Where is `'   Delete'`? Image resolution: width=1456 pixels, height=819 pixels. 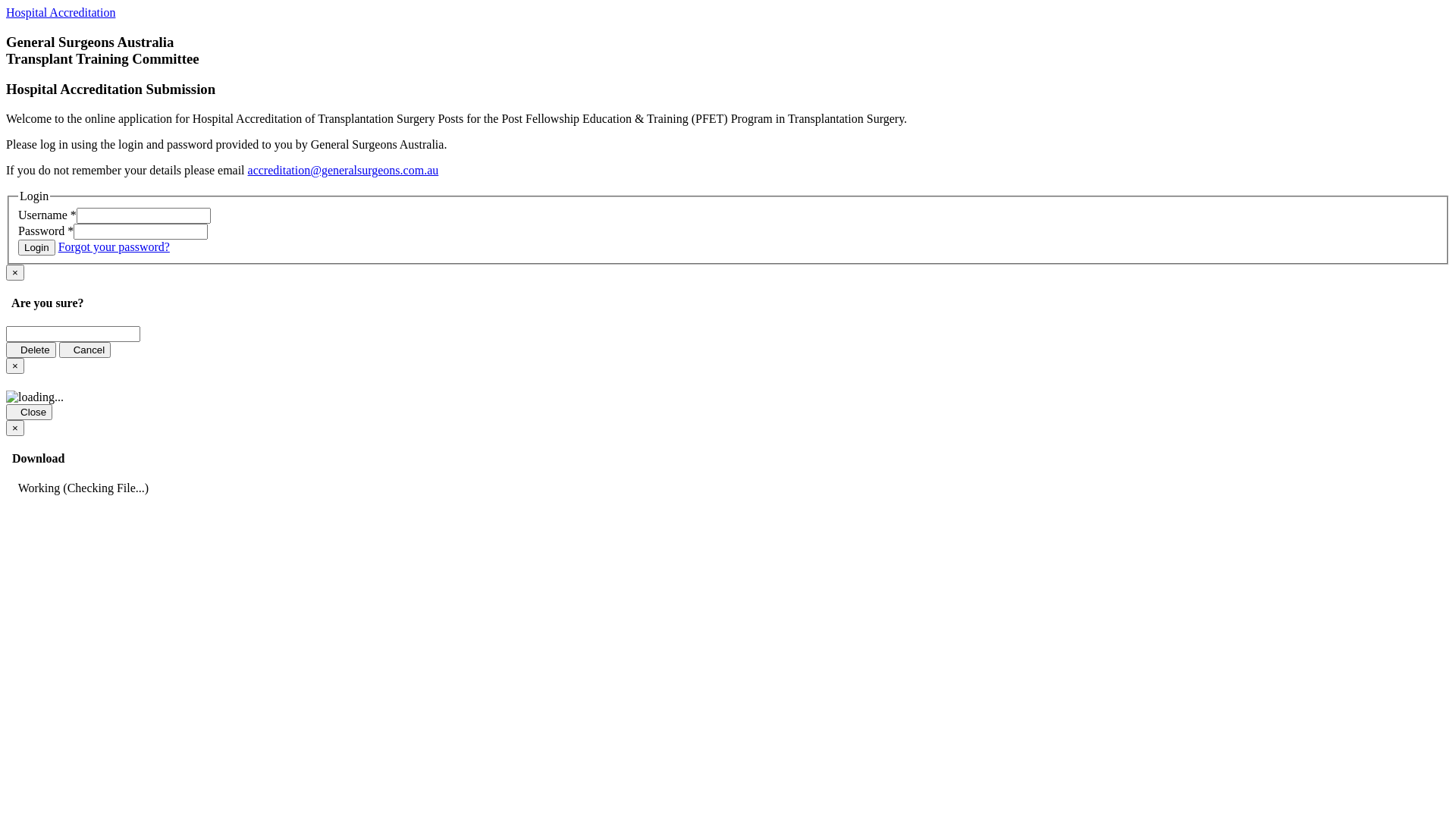
'   Delete' is located at coordinates (31, 350).